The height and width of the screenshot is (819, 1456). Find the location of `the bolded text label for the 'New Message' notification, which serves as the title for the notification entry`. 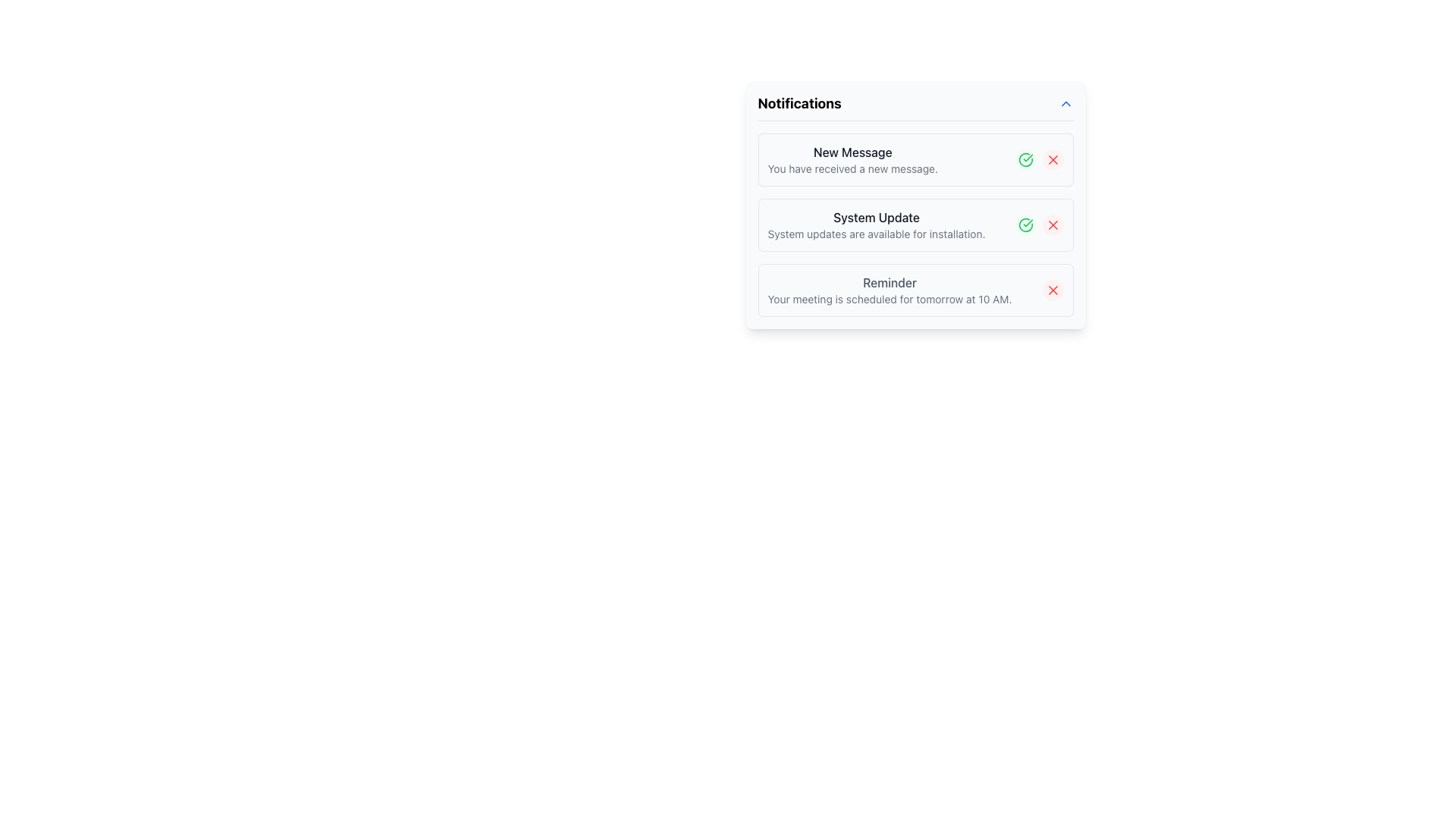

the bolded text label for the 'New Message' notification, which serves as the title for the notification entry is located at coordinates (852, 152).